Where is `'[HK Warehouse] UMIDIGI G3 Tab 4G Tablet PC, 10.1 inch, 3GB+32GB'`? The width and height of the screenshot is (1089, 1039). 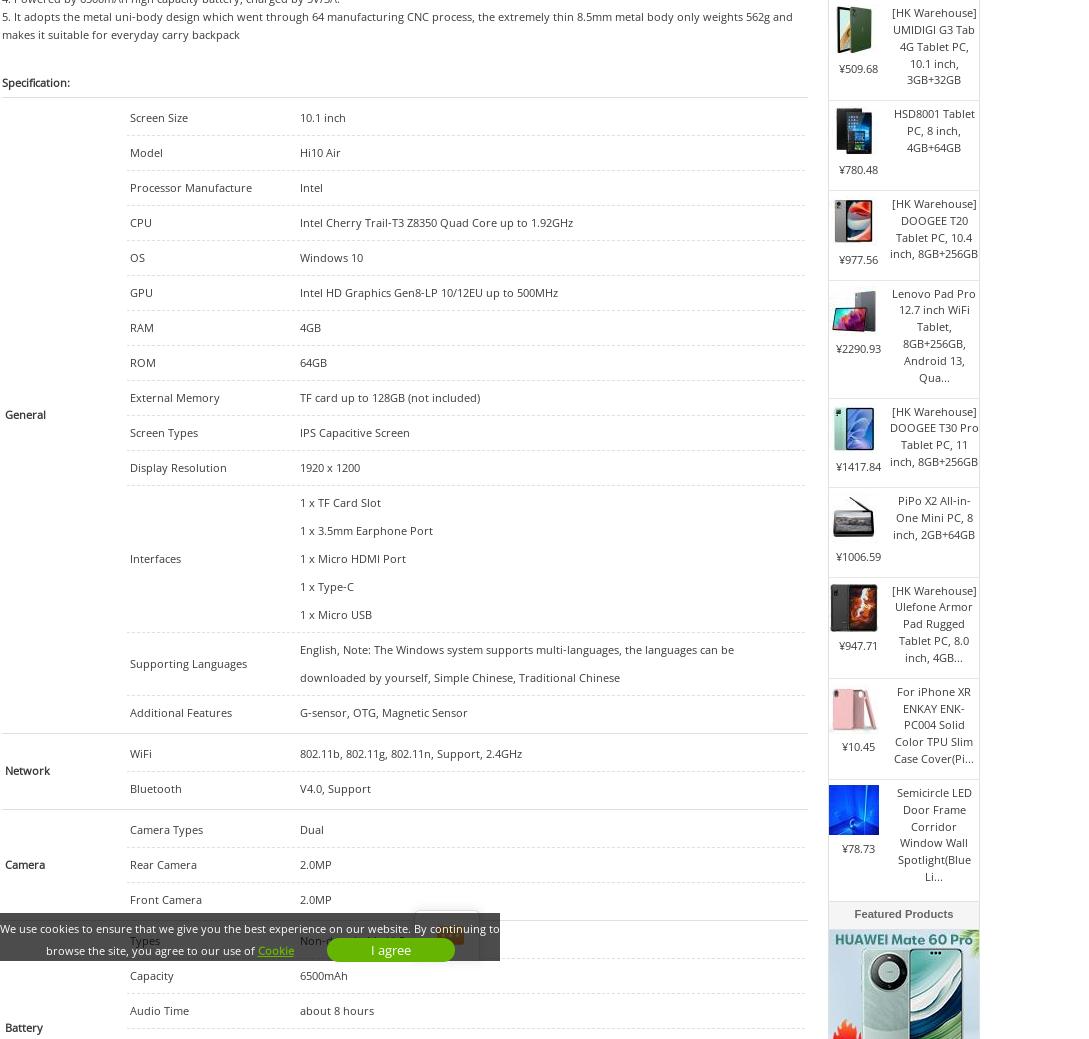 '[HK Warehouse] UMIDIGI G3 Tab 4G Tablet PC, 10.1 inch, 3GB+32GB' is located at coordinates (932, 45).